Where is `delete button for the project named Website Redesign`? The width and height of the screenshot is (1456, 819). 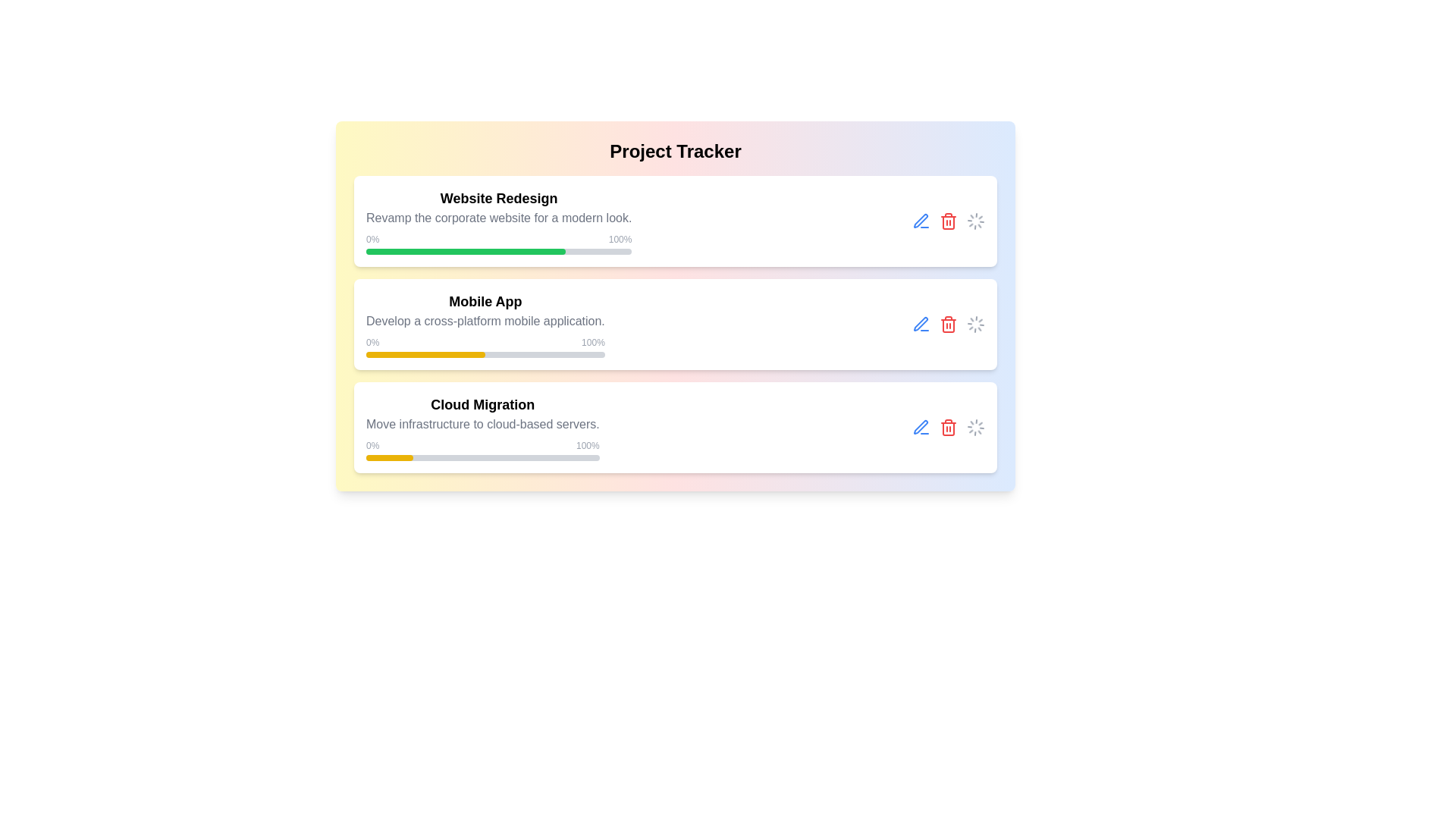
delete button for the project named Website Redesign is located at coordinates (948, 221).